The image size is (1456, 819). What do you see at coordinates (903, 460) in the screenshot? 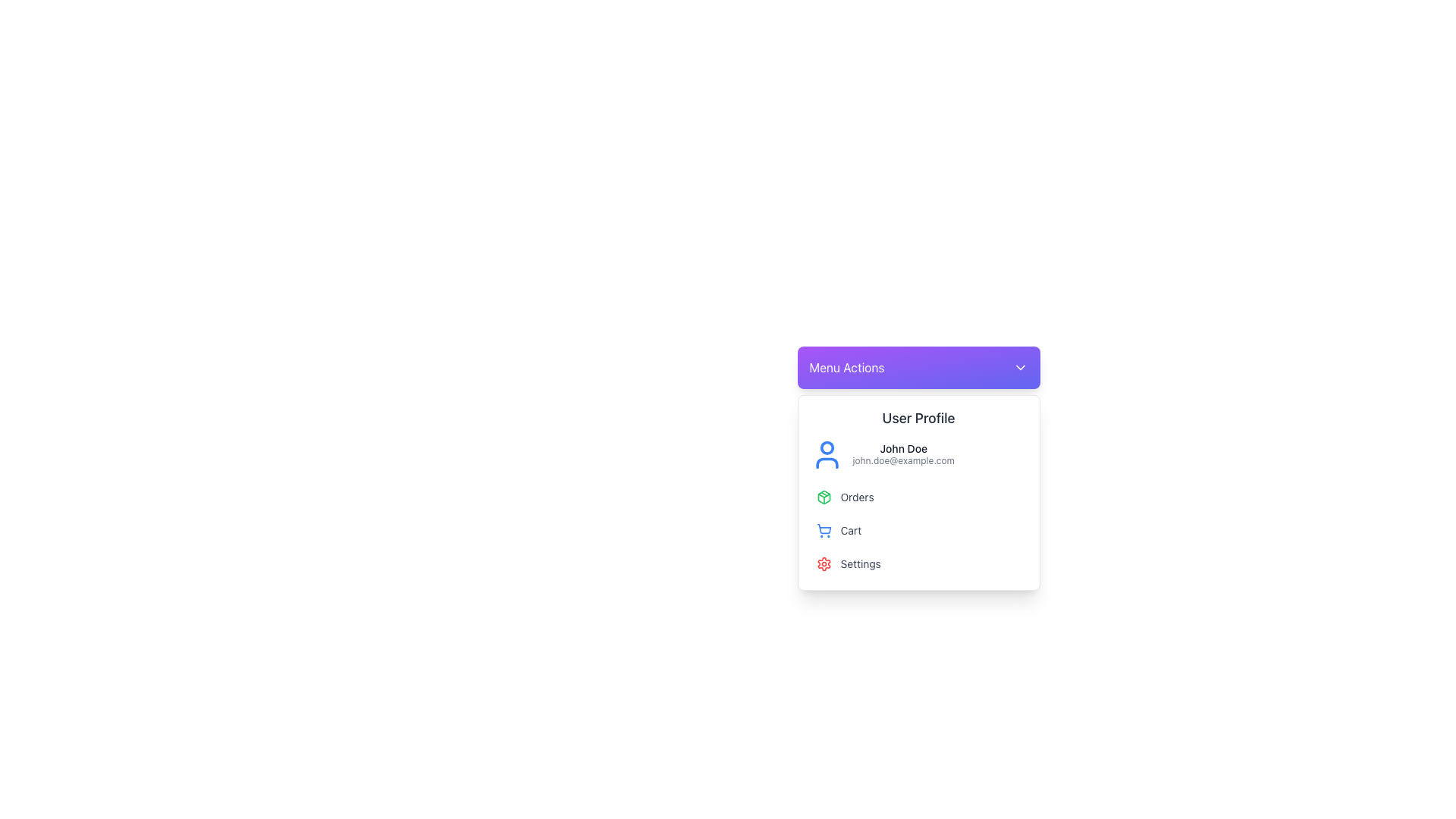
I see `the Text Display element showing the email address beneath the name 'John Doe' in the user profile card` at bounding box center [903, 460].